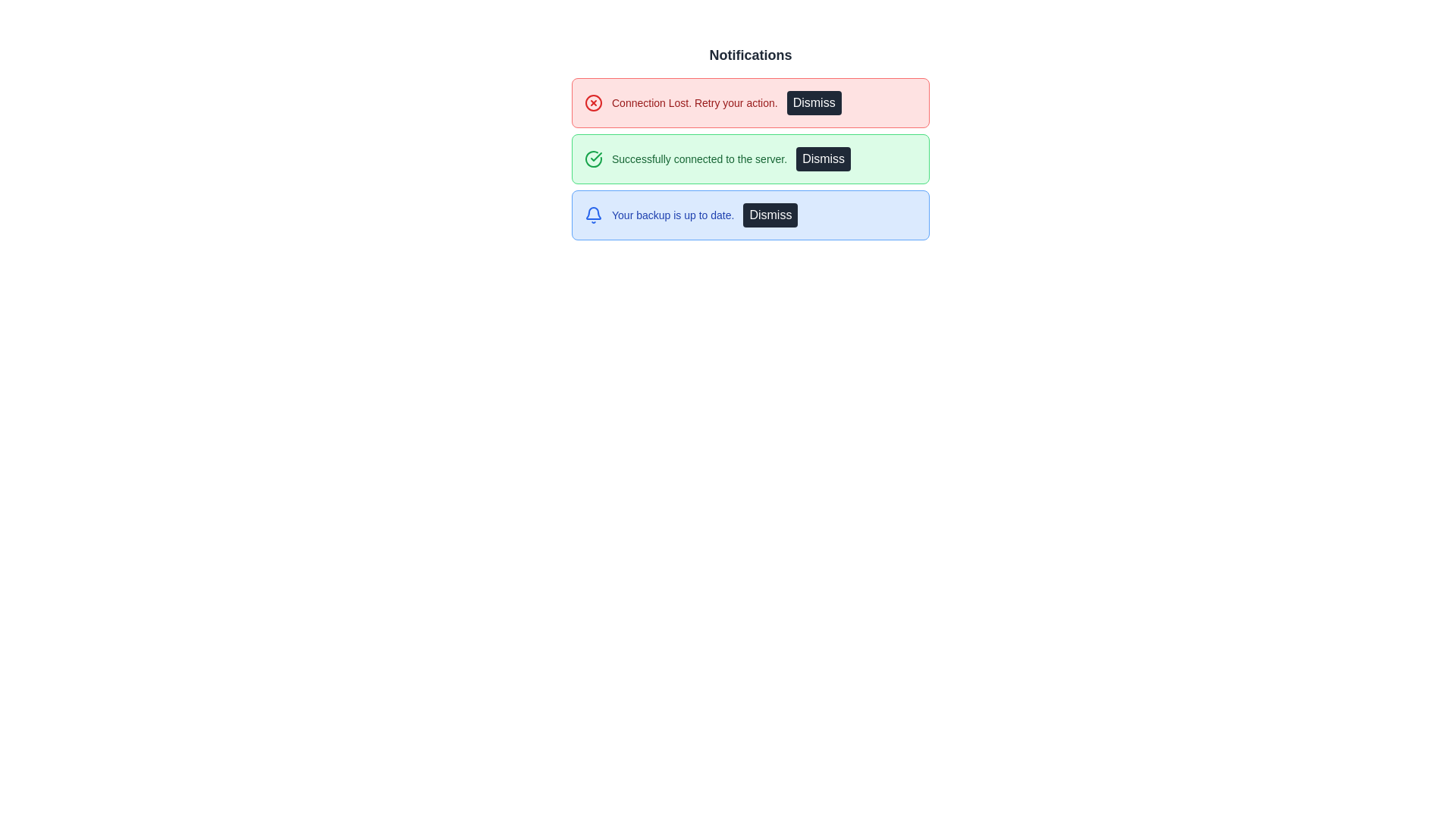 Image resolution: width=1456 pixels, height=819 pixels. I want to click on the informational text indicating that the backup is currently updated, which is located inside the notification box styled with a blue border and light blue background, positioned to the left of the 'Dismiss' button and to the right of a blue bell icon, so click(672, 215).